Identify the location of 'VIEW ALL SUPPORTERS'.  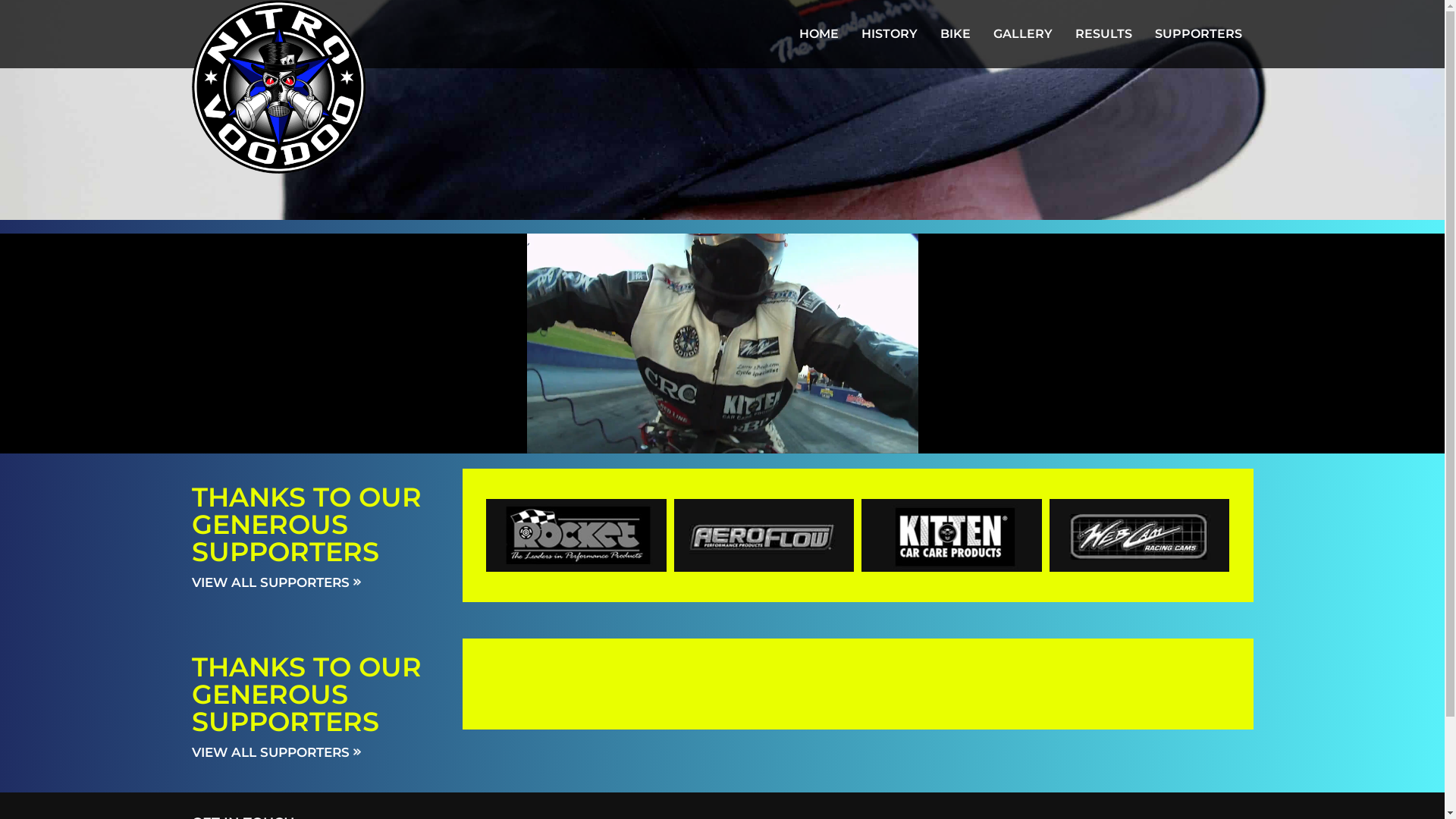
(275, 752).